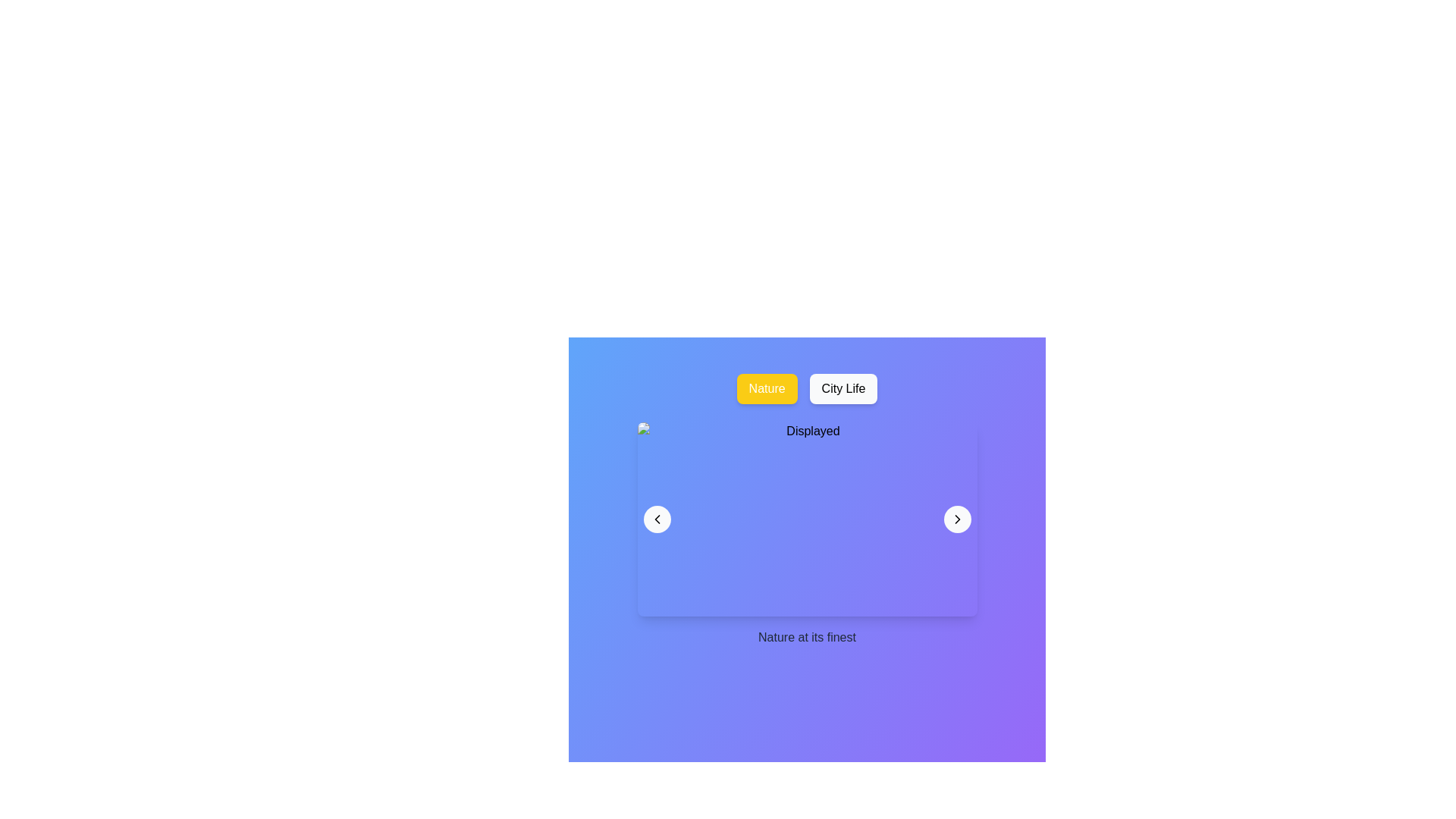 Image resolution: width=1456 pixels, height=819 pixels. What do you see at coordinates (657, 519) in the screenshot?
I see `the 'previous' button located on the left center side of the interactive section` at bounding box center [657, 519].